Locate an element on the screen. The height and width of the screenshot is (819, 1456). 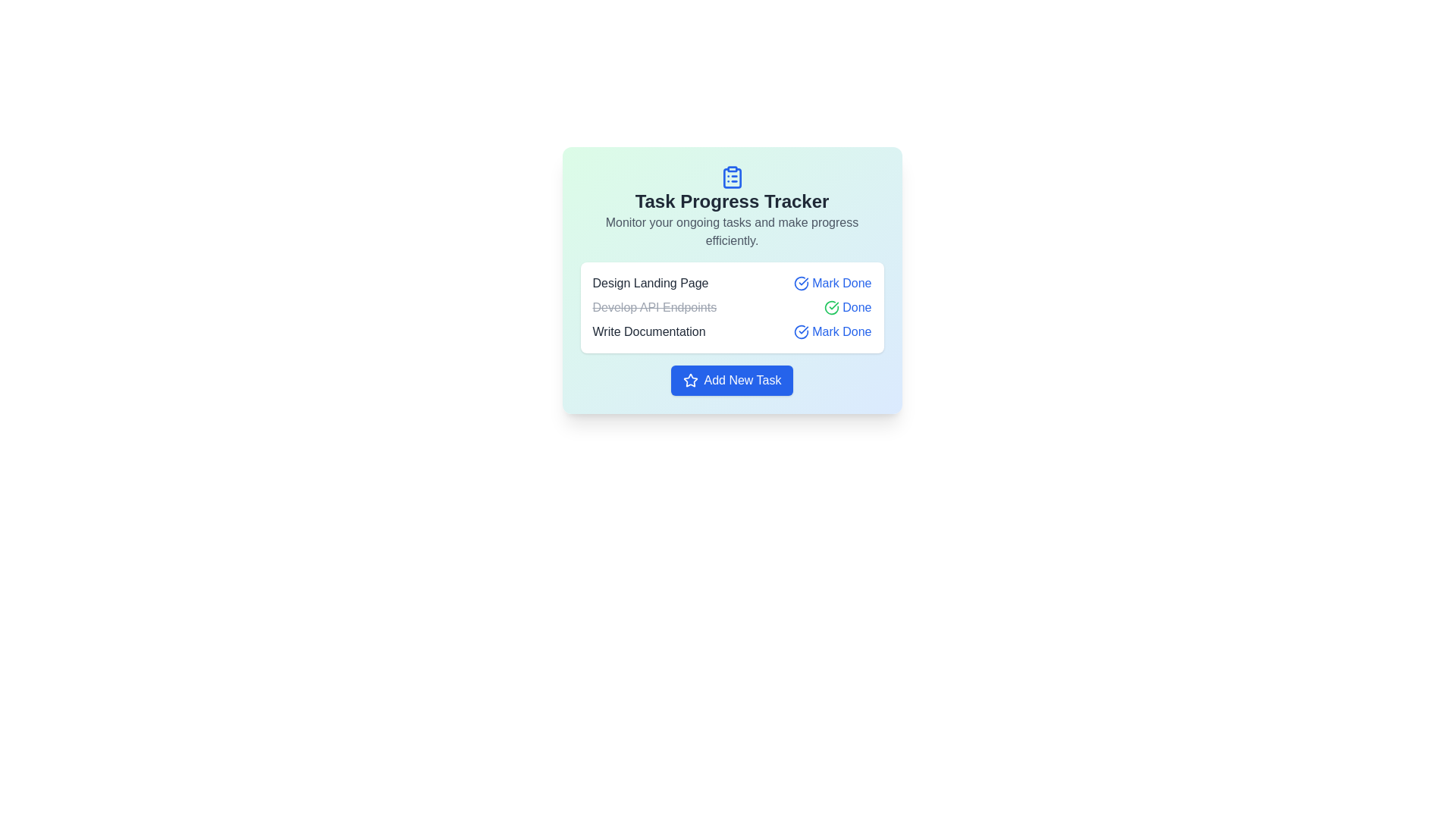
task name from the first task entry in the task tracking interface, which includes a textual description and an action button for marking the task as complete is located at coordinates (732, 284).